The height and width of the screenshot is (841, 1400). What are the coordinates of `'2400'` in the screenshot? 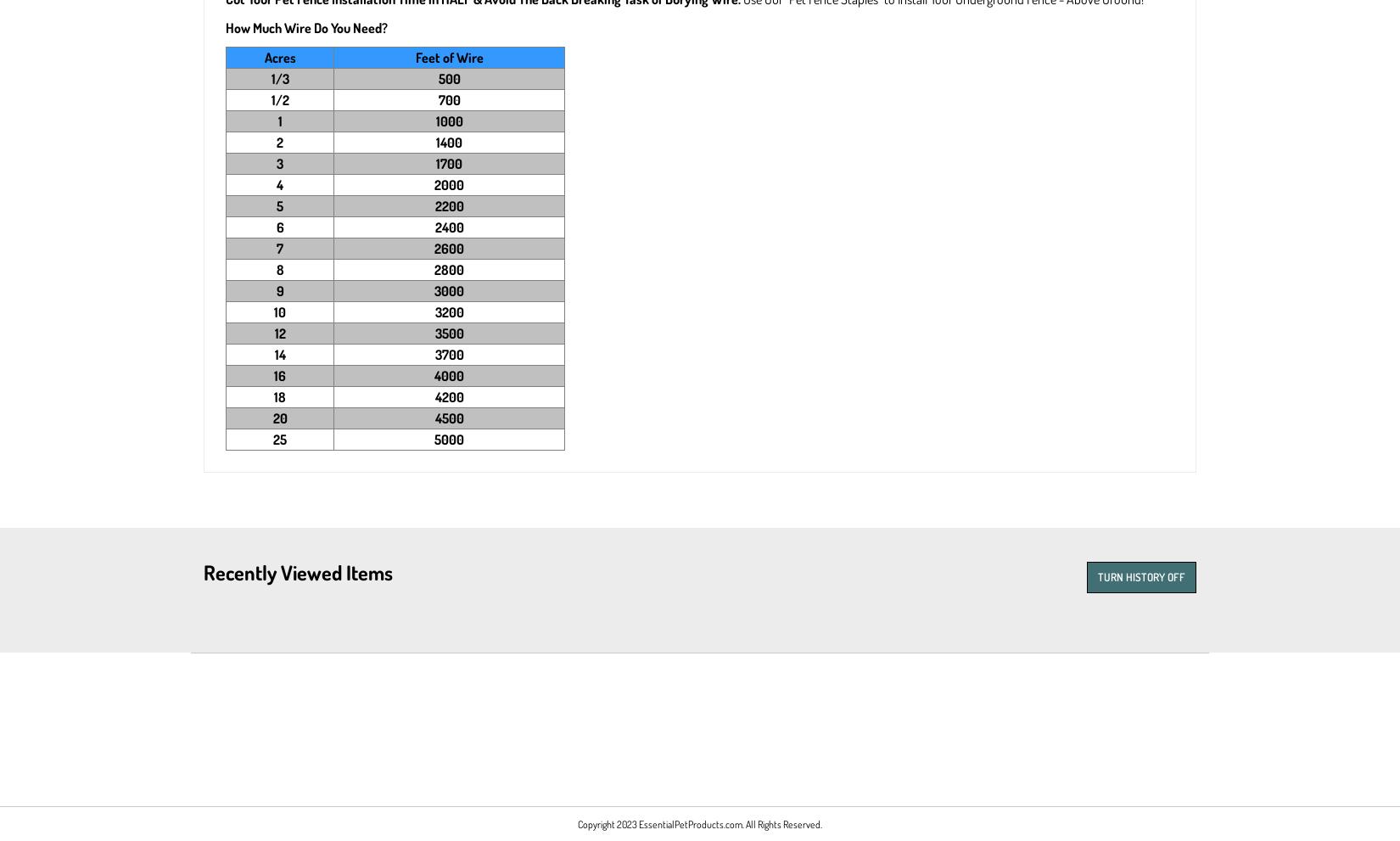 It's located at (447, 227).